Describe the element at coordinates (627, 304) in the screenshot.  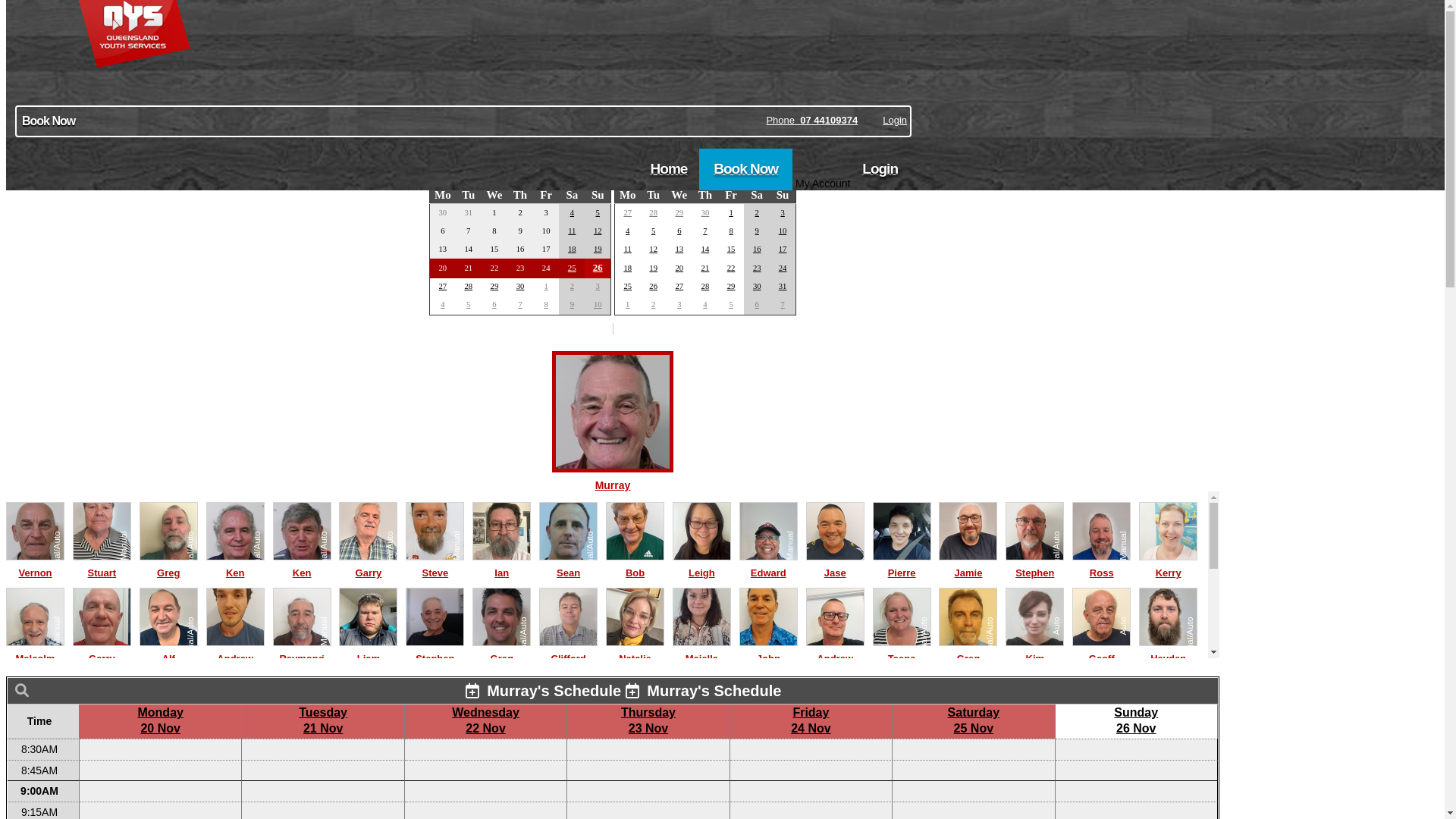
I see `'1'` at that location.